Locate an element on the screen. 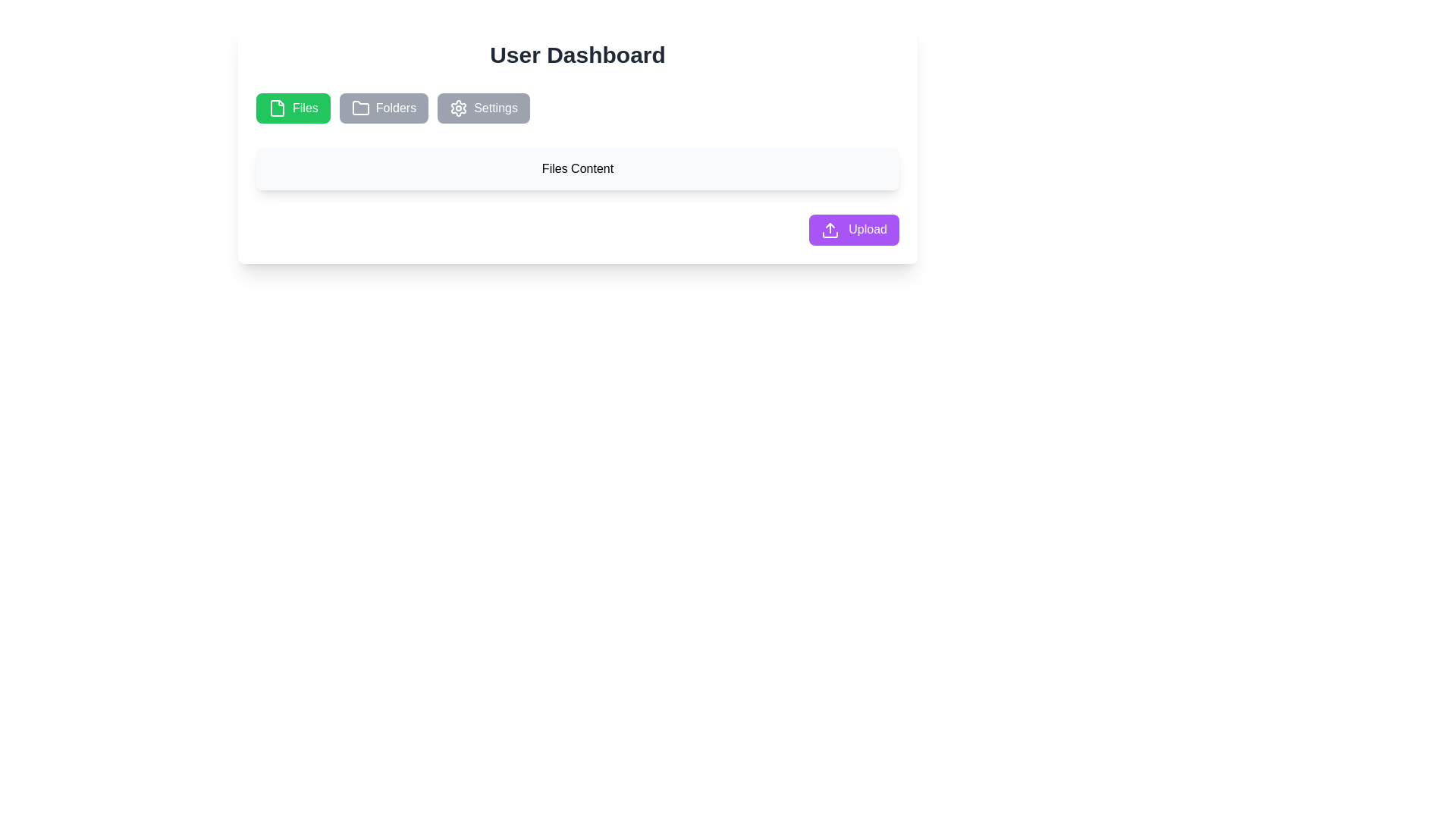  the 'Upload' button icon, which features an upward arrow inside a rectangular shape styled in purple and white, located at the bottom-right corner of the interface is located at coordinates (829, 230).